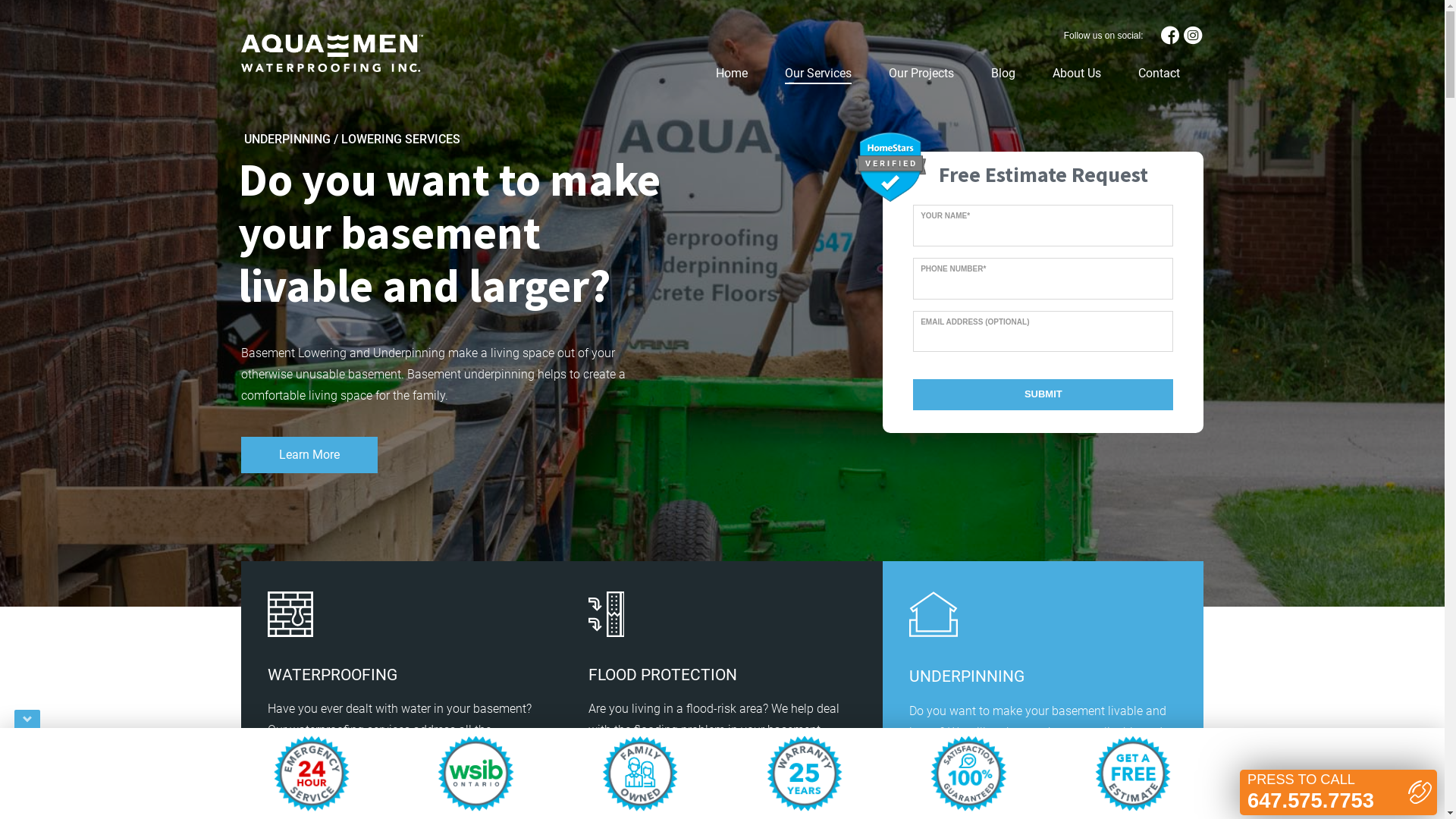 This screenshot has width=1456, height=819. Describe the element at coordinates (1128, 73) in the screenshot. I see `'Contact'` at that location.